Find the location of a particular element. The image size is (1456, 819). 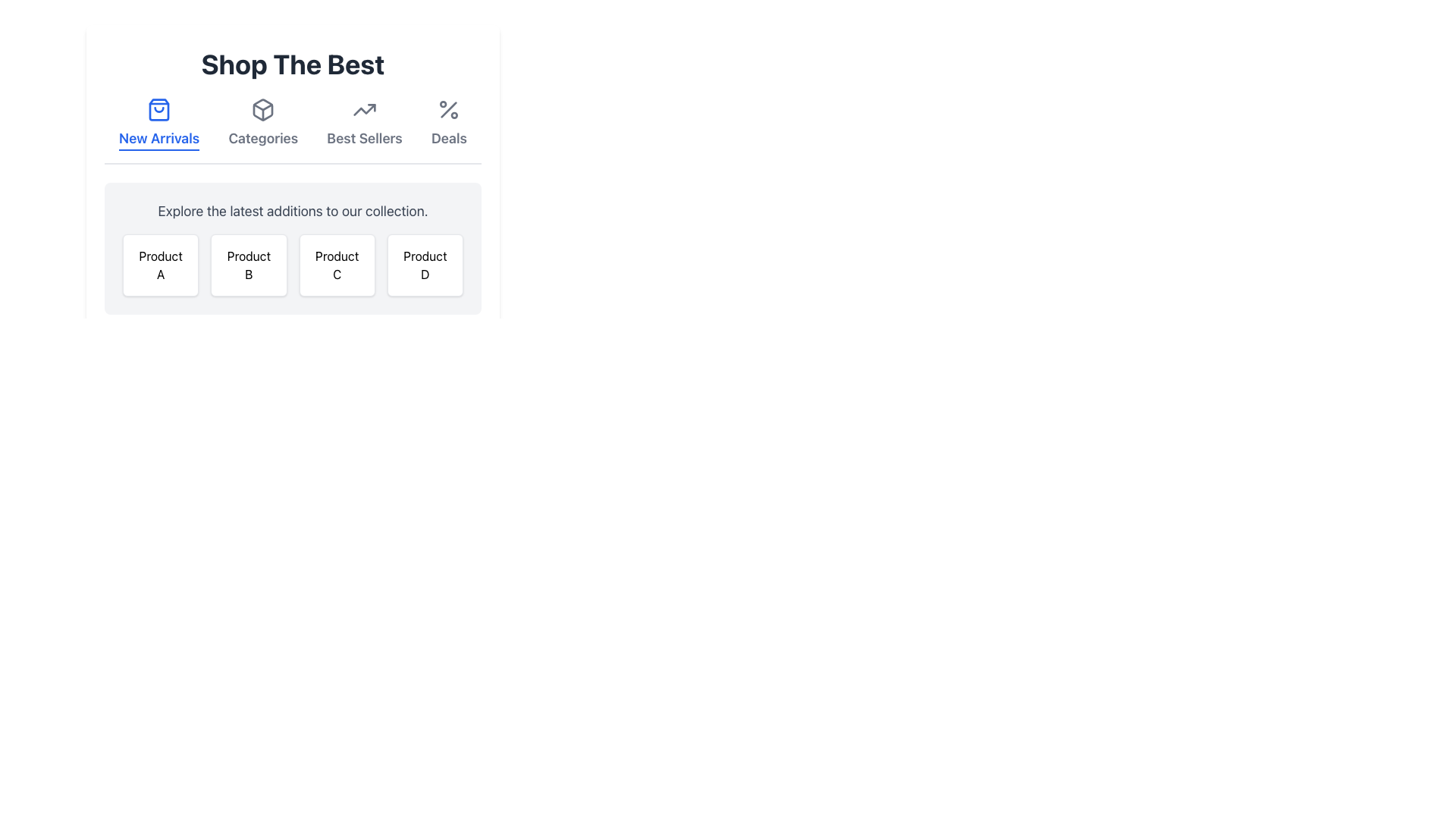

the clickable menu item labeled 'New Arrivals' with a shopping bag icon, positioned below the heading 'Shop The Best' is located at coordinates (159, 124).